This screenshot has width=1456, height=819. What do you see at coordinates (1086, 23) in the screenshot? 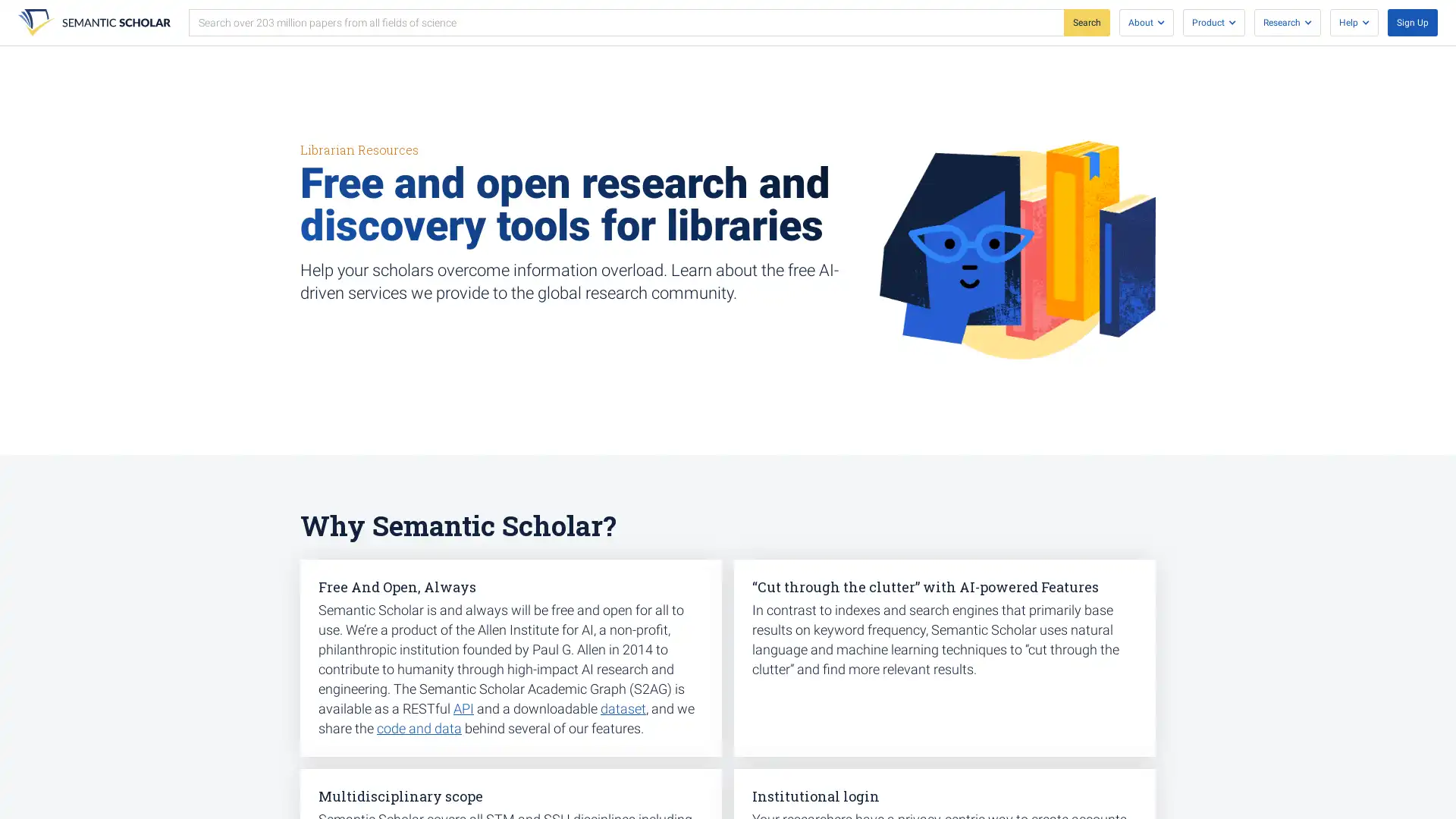
I see `Search` at bounding box center [1086, 23].